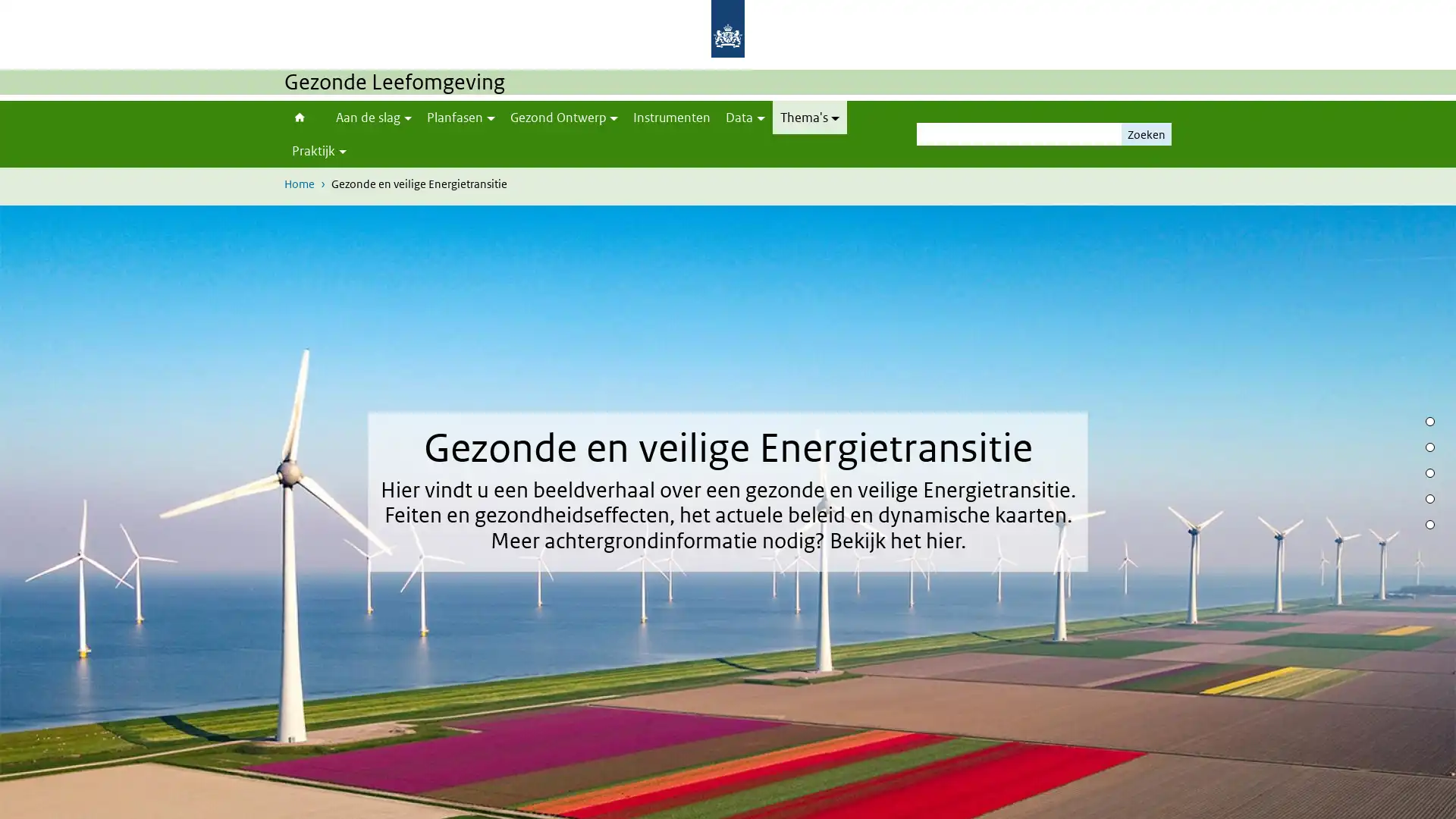 This screenshot has height=819, width=1456. What do you see at coordinates (1147, 33) in the screenshot?
I see `Zoeken` at bounding box center [1147, 33].